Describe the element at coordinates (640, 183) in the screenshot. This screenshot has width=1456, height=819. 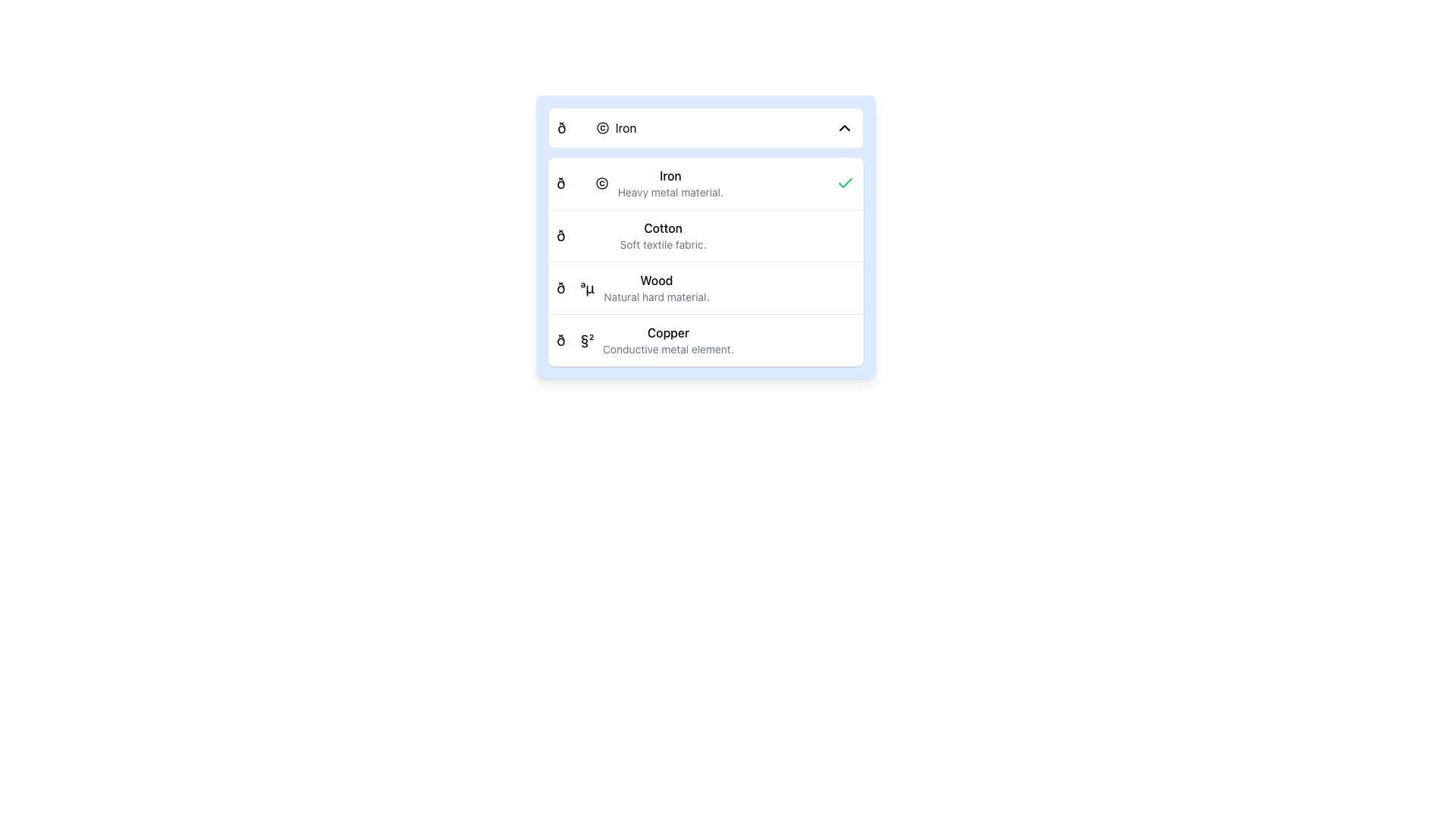
I see `the list item containing the icon and metadata for 'Iron' located in the second row of the list` at that location.